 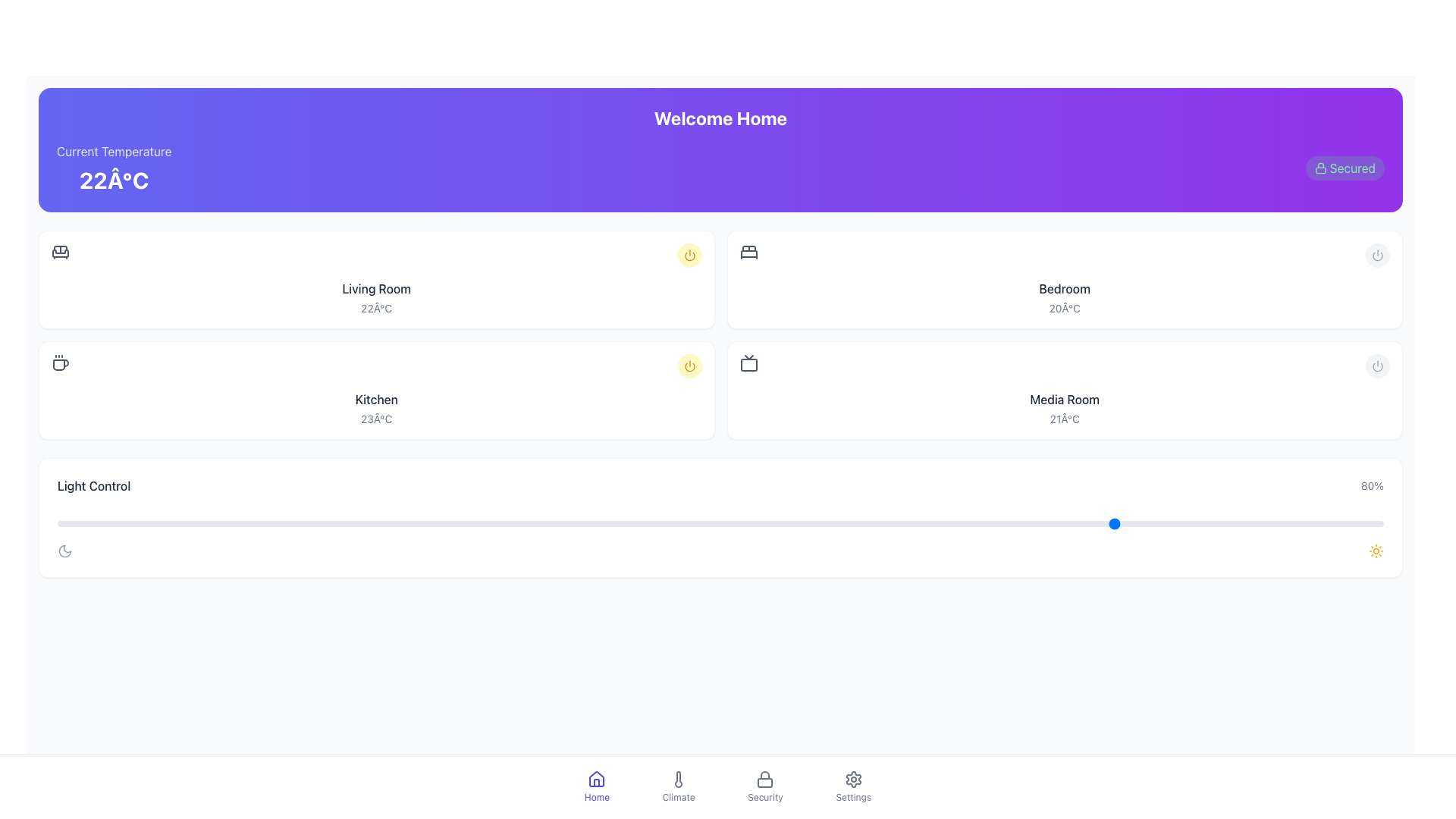 I want to click on the descriptive label for the 'Settings' icon located in the bottom navigation bar beneath the gear icon, so click(x=853, y=797).